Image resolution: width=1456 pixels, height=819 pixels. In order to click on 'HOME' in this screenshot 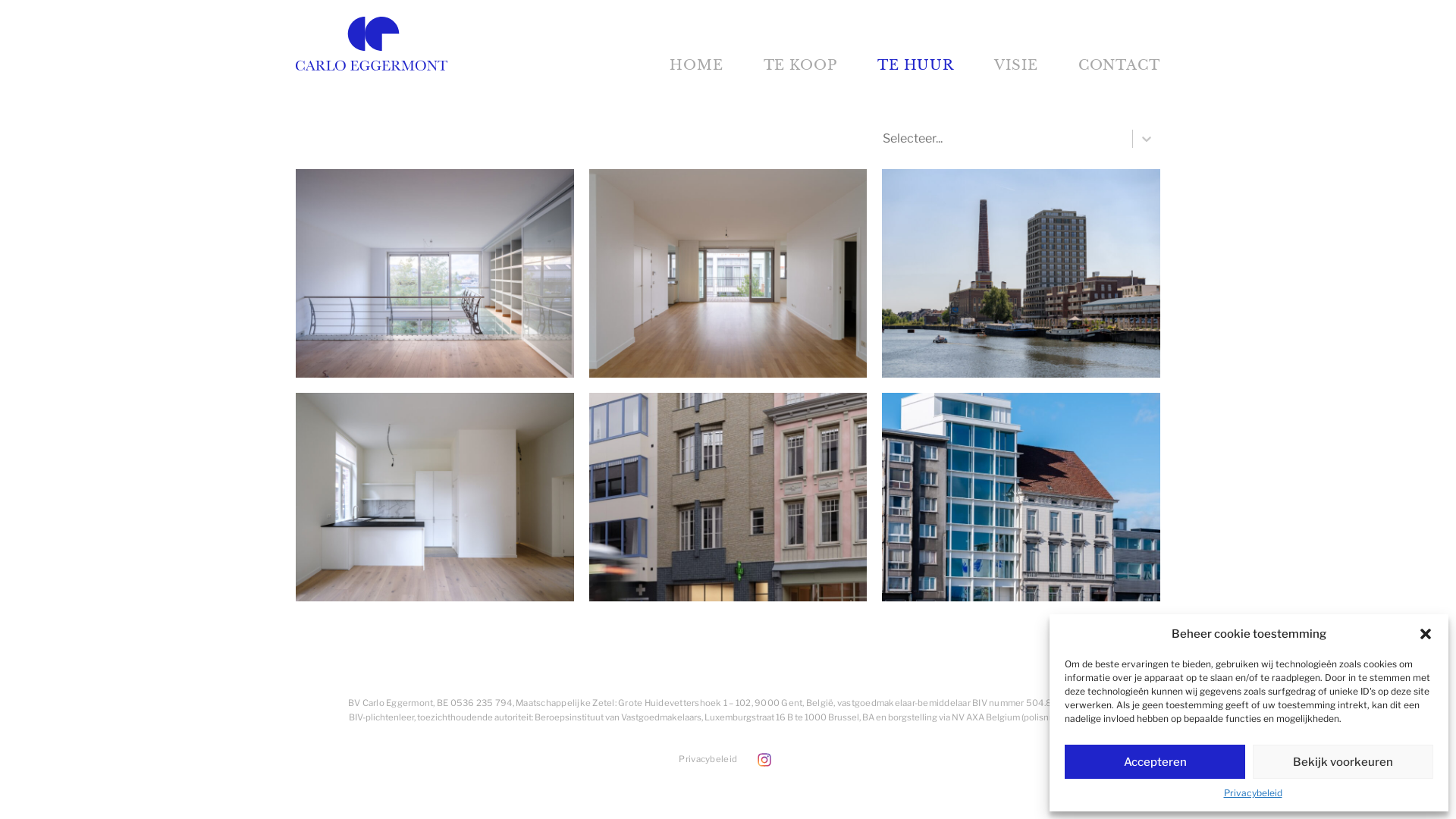, I will do `click(695, 64)`.